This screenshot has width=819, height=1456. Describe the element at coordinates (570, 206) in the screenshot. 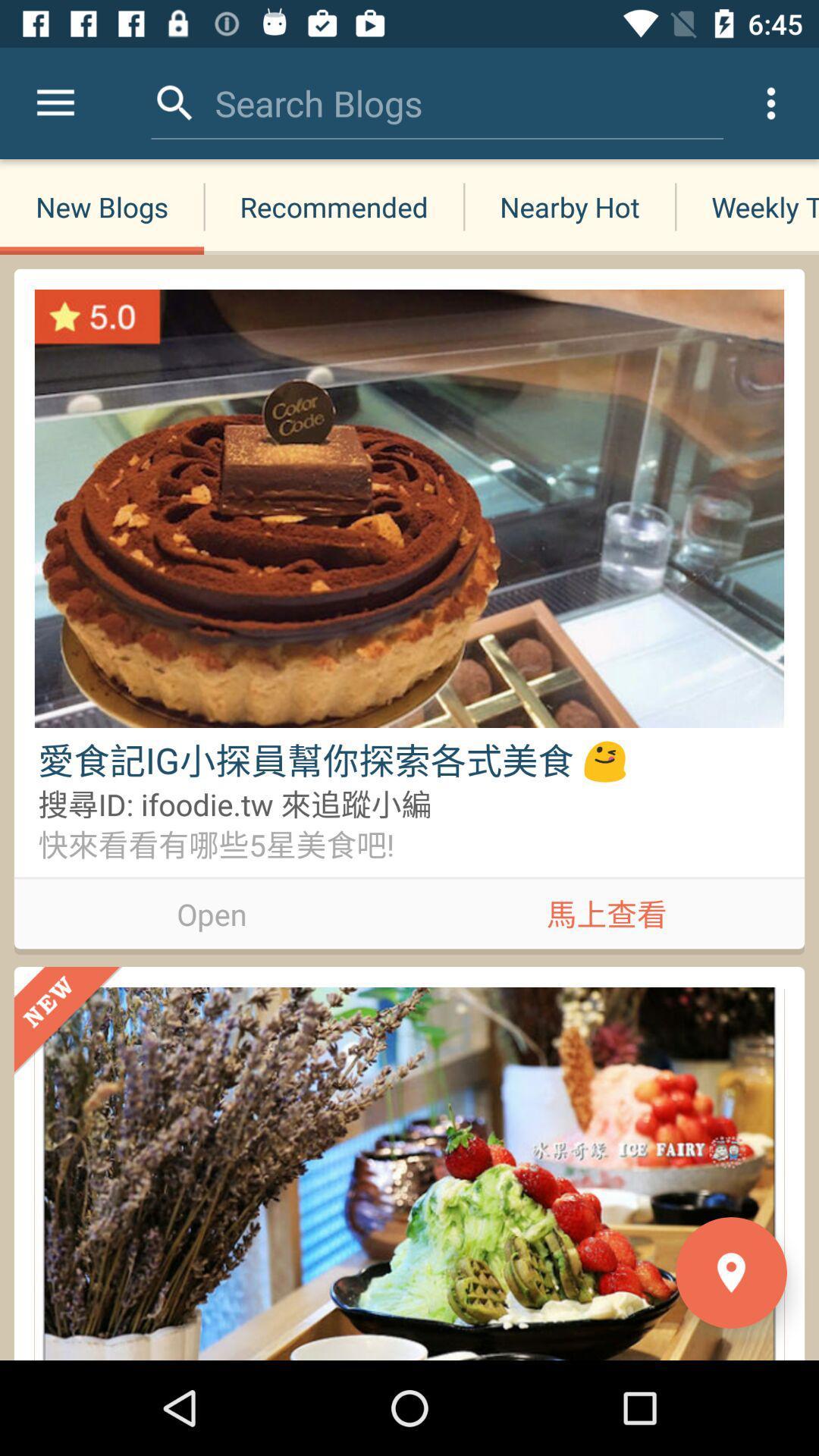

I see `nearby hot icon` at that location.